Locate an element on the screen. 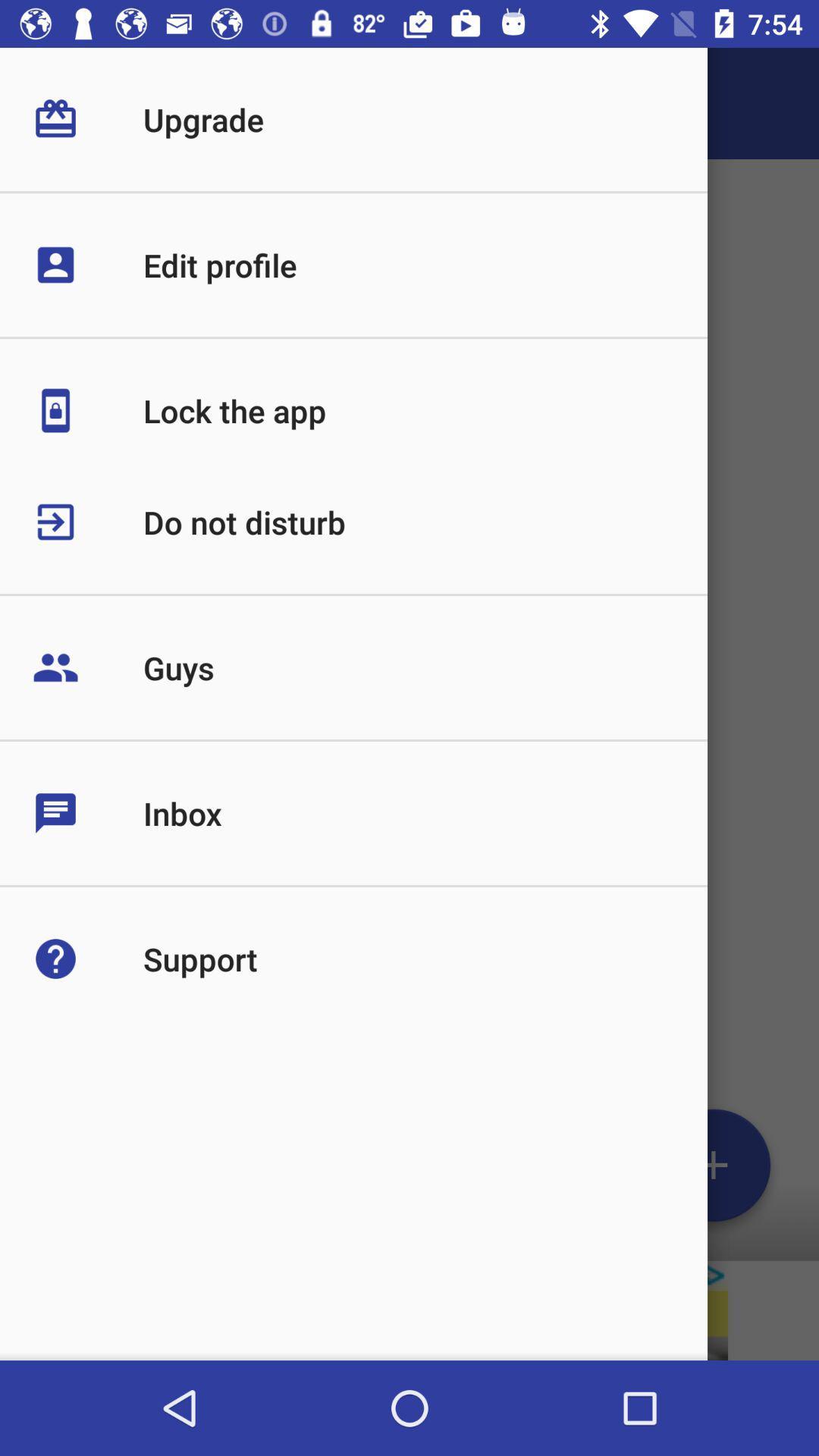 This screenshot has width=819, height=1456. the symbol which is to the left of guys is located at coordinates (87, 667).